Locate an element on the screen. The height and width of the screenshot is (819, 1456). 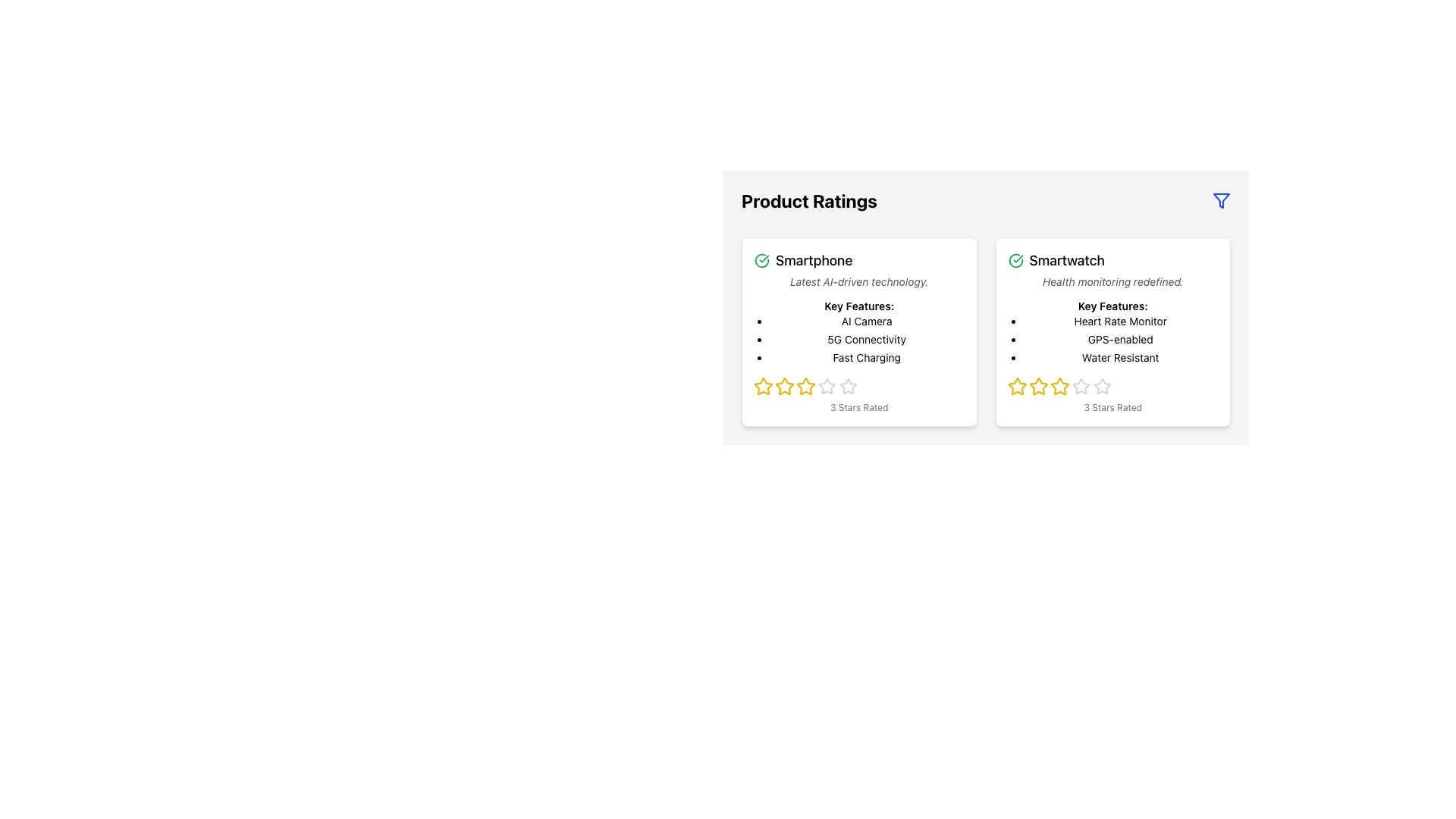
the rating scale element consisting of five star icons, where the first three stars are filled with golden-yellow color, indicating they are selected, located within the 'Smartwatch' card, below 'Water Resistant' and above '3 Stars Rated' is located at coordinates (1112, 385).